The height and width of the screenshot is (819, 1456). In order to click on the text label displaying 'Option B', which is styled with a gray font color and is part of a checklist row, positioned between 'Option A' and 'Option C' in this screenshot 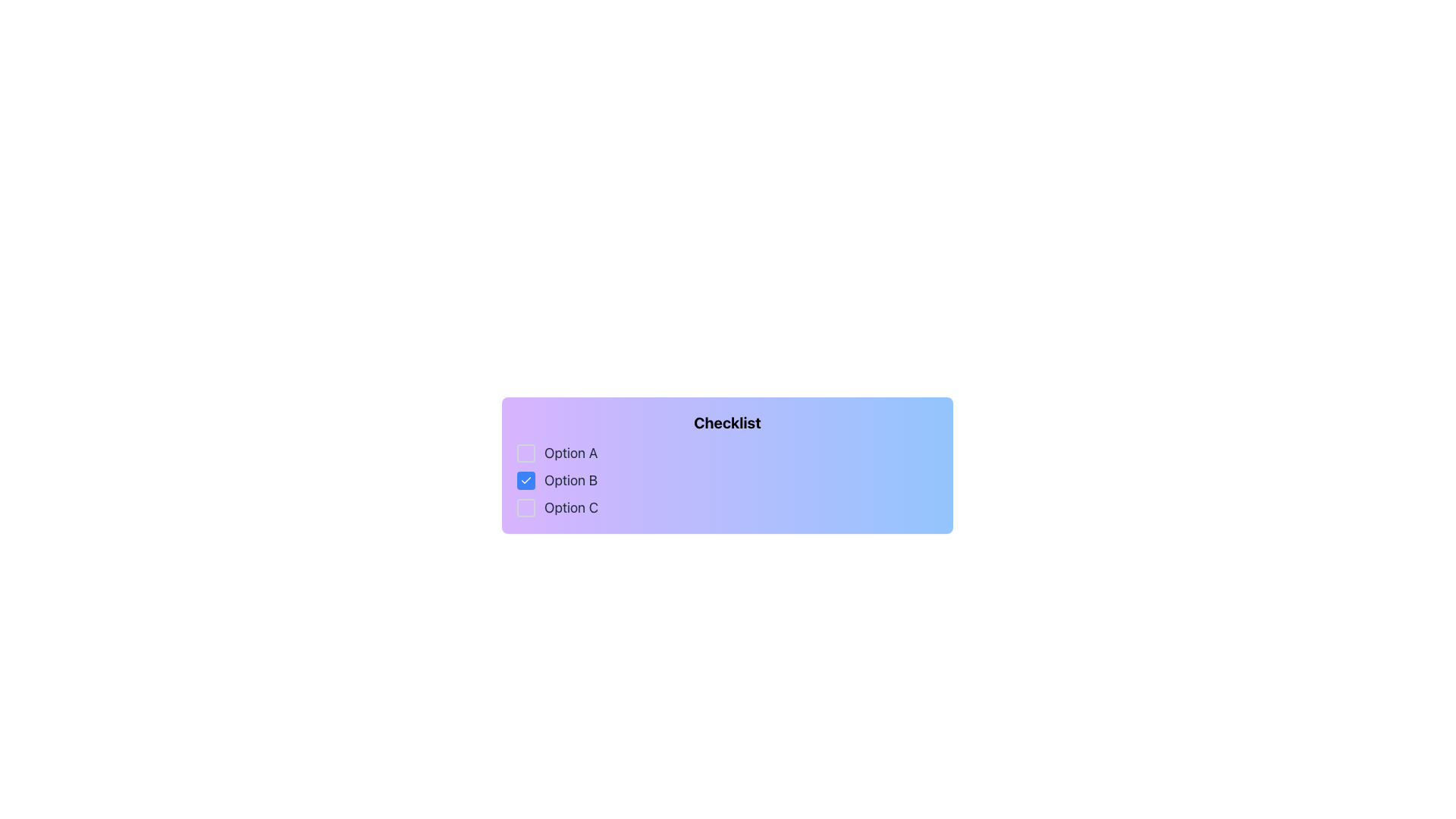, I will do `click(570, 480)`.